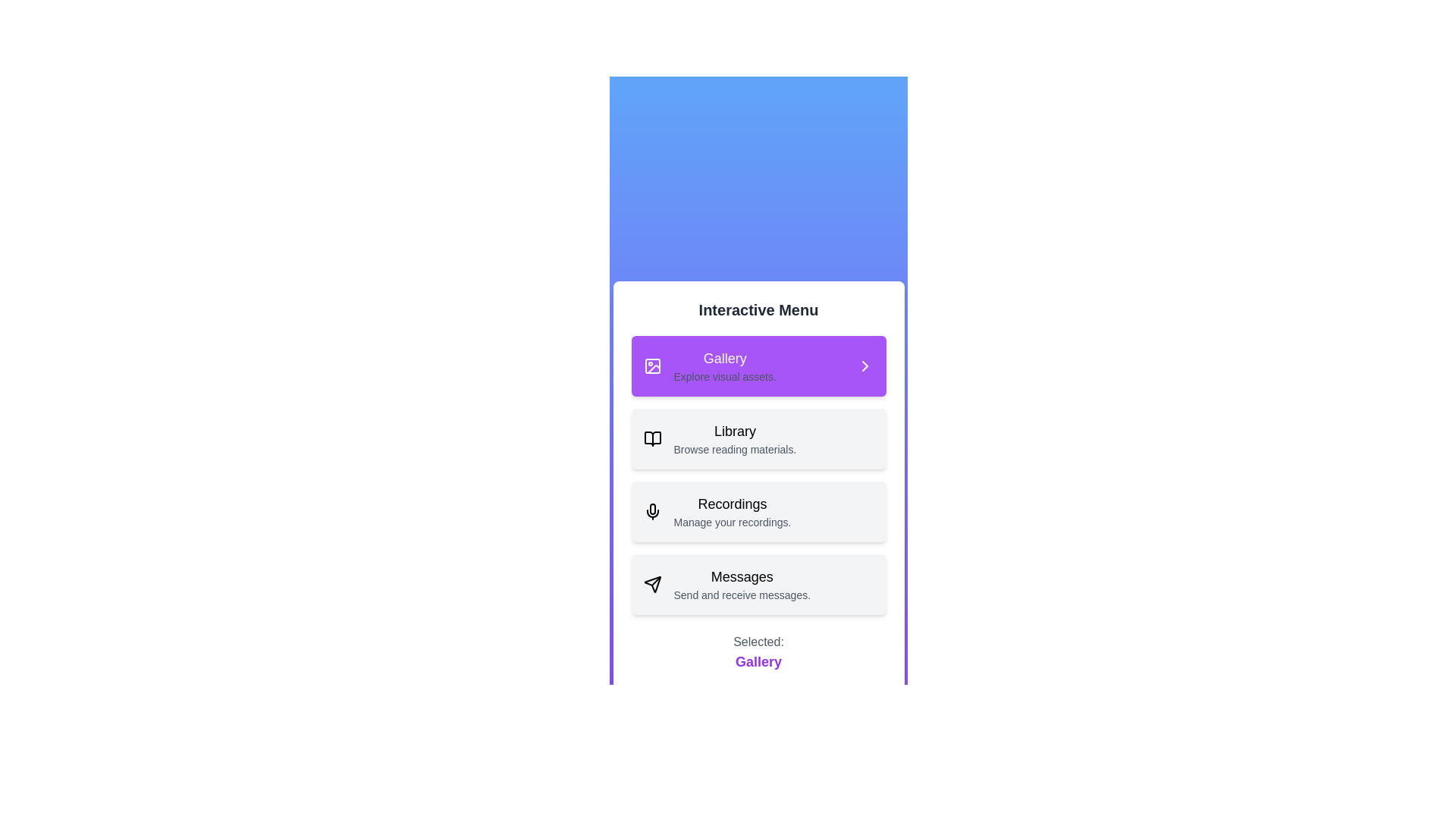  What do you see at coordinates (652, 438) in the screenshot?
I see `the icon of the list item labeled Library` at bounding box center [652, 438].